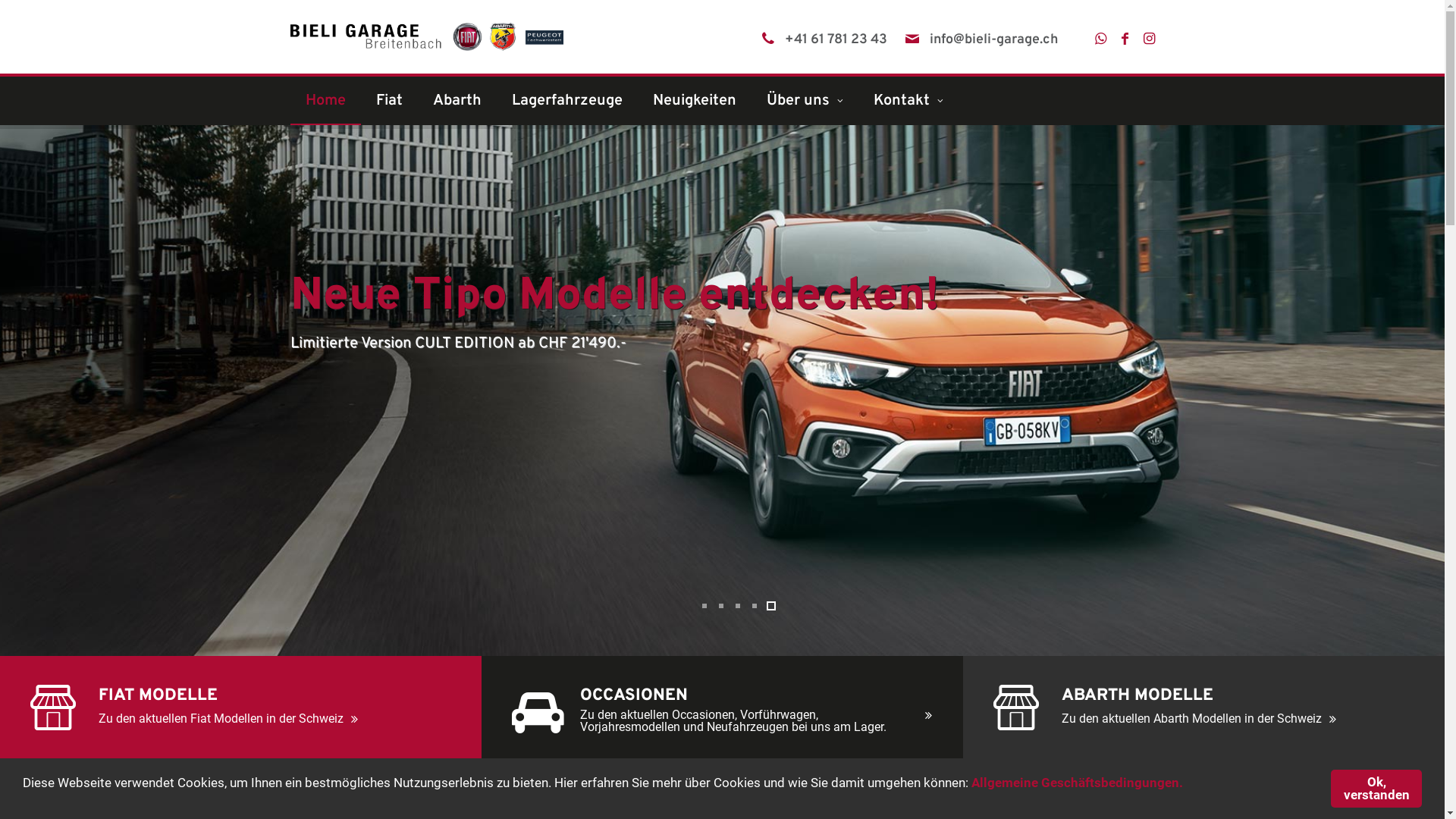 The height and width of the screenshot is (819, 1456). Describe the element at coordinates (834, 39) in the screenshot. I see `'+41 61 781 23 43'` at that location.